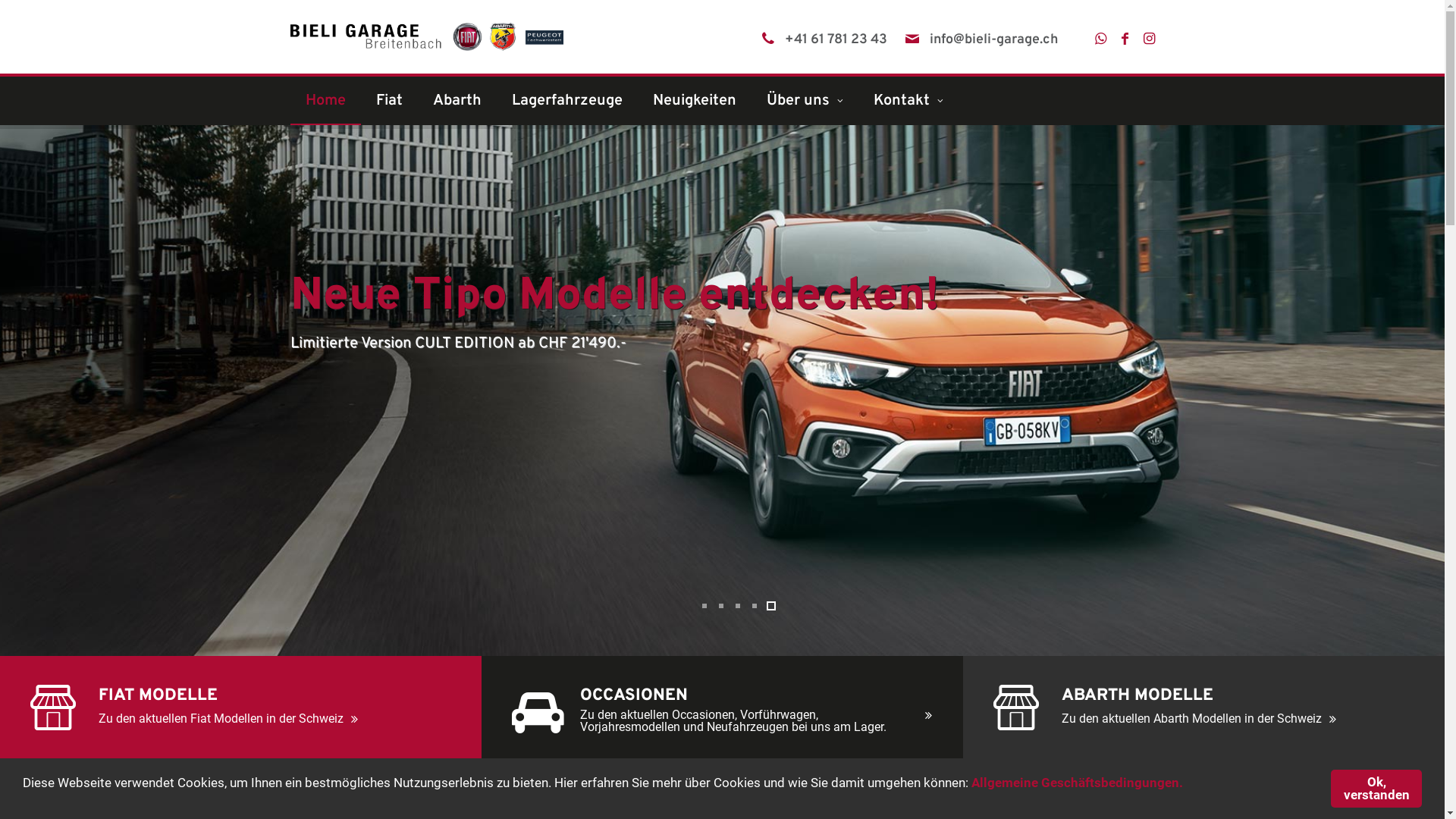 The height and width of the screenshot is (819, 1456). Describe the element at coordinates (834, 39) in the screenshot. I see `'+41 61 781 23 43'` at that location.